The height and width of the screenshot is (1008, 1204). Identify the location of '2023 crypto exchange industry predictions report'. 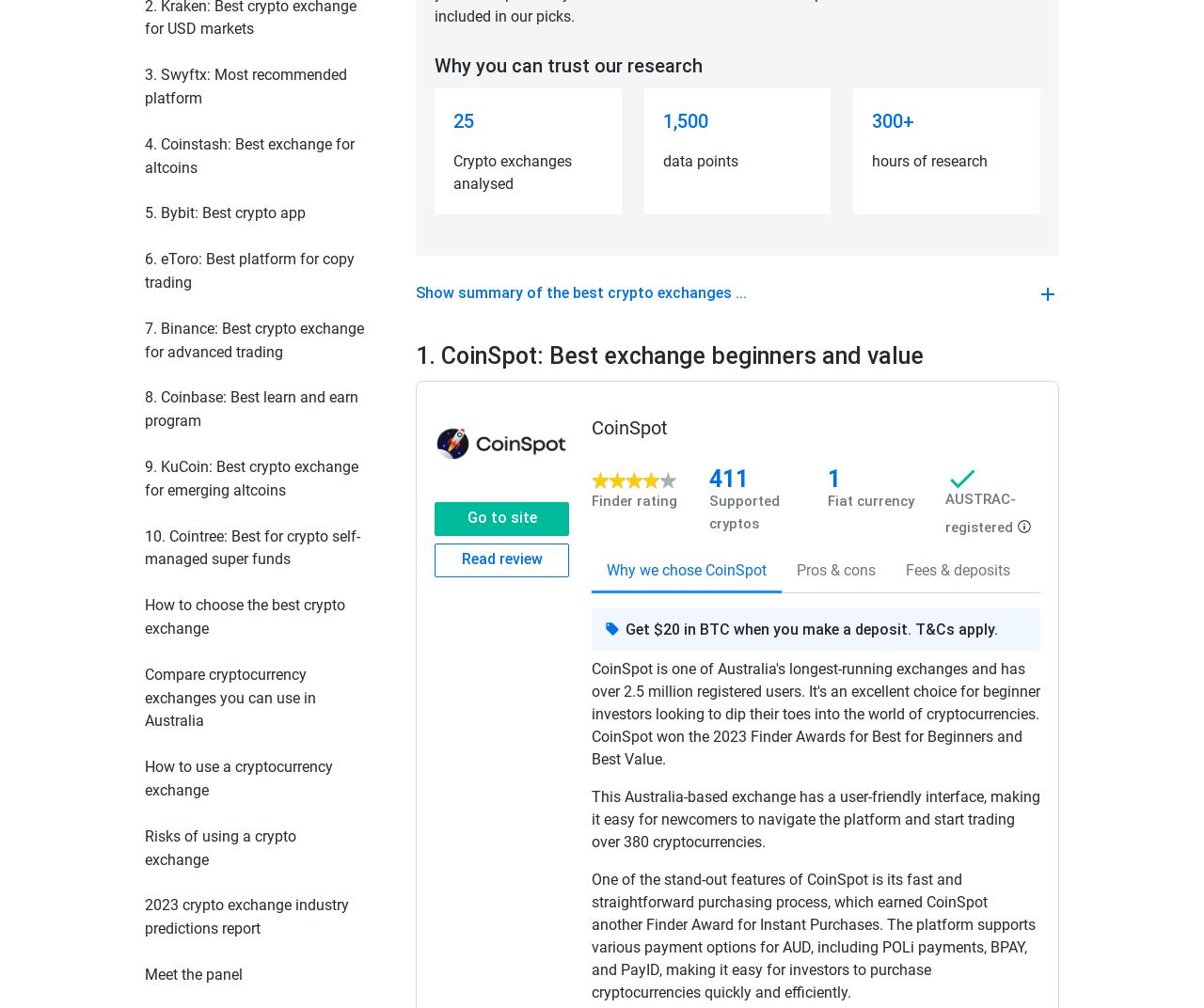
(246, 915).